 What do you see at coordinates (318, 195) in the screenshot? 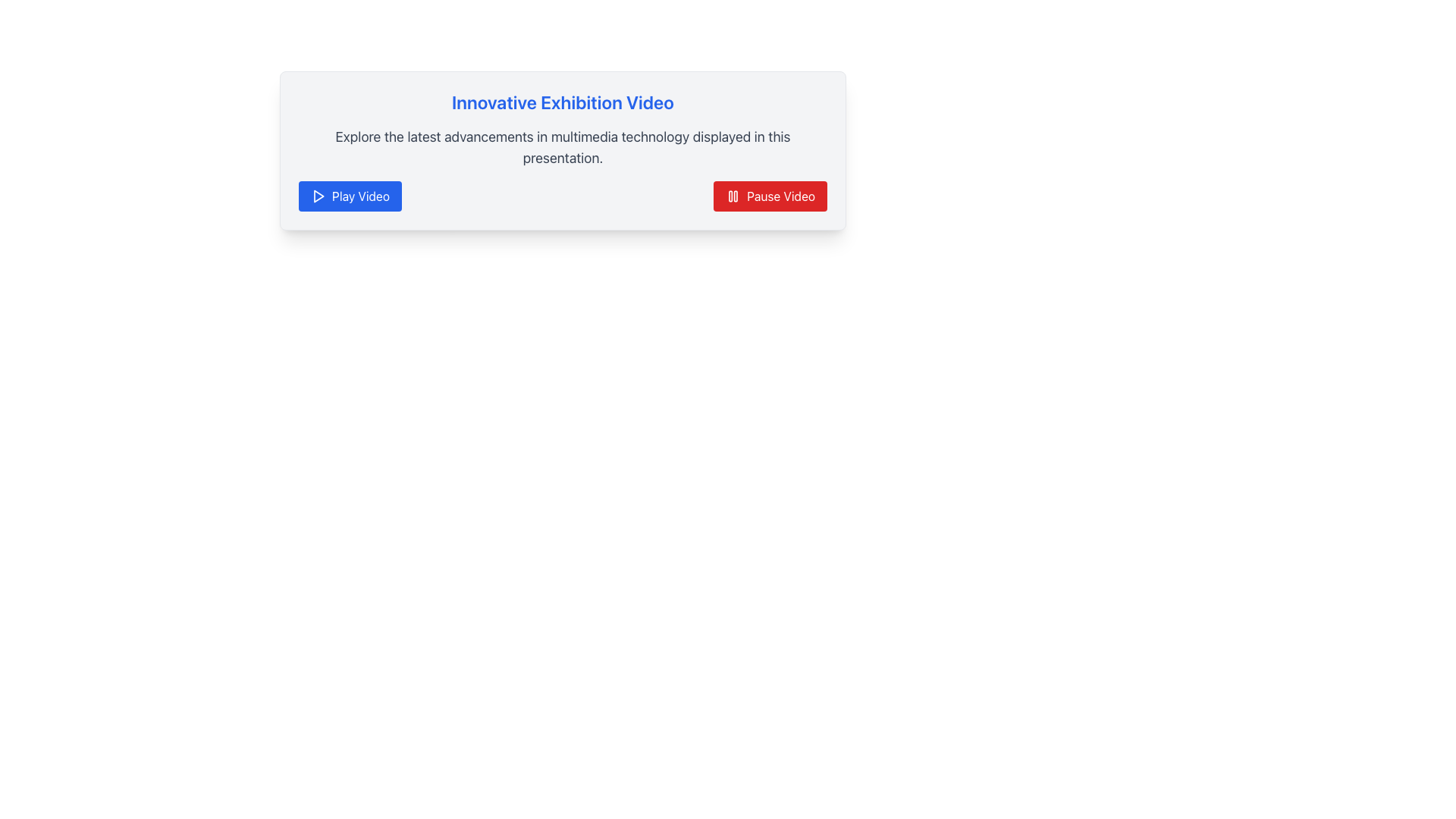
I see `the 'Play Video' button which contains the play icon located beneath the 'Innovative Exhibition Video' text` at bounding box center [318, 195].